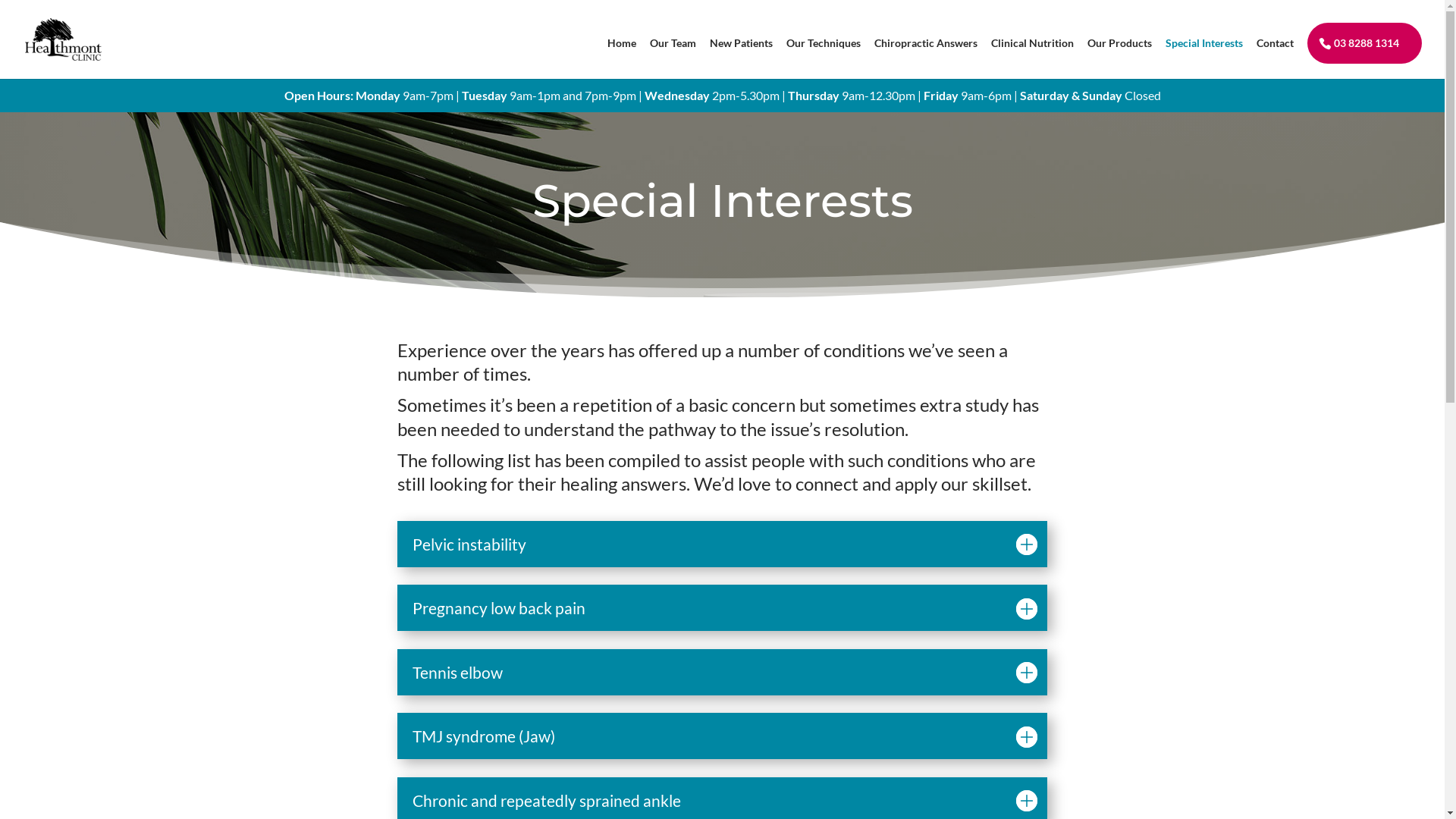 This screenshot has height=819, width=1456. I want to click on 'New Patients', so click(741, 54).